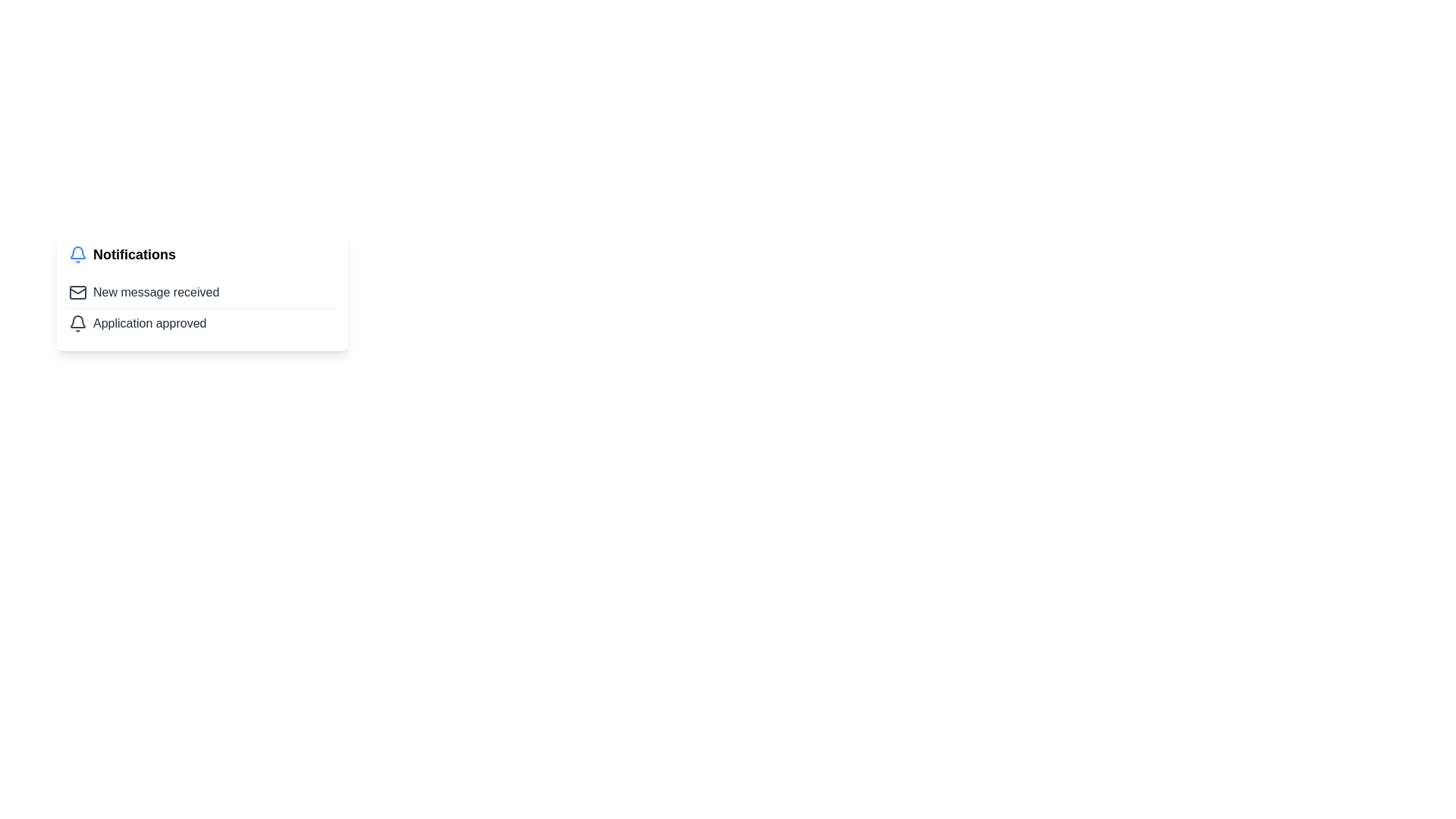 Image resolution: width=1456 pixels, height=819 pixels. I want to click on the Static Text Label that indicates the application has been approved, located in the notification section beneath 'New message received.', so click(149, 323).